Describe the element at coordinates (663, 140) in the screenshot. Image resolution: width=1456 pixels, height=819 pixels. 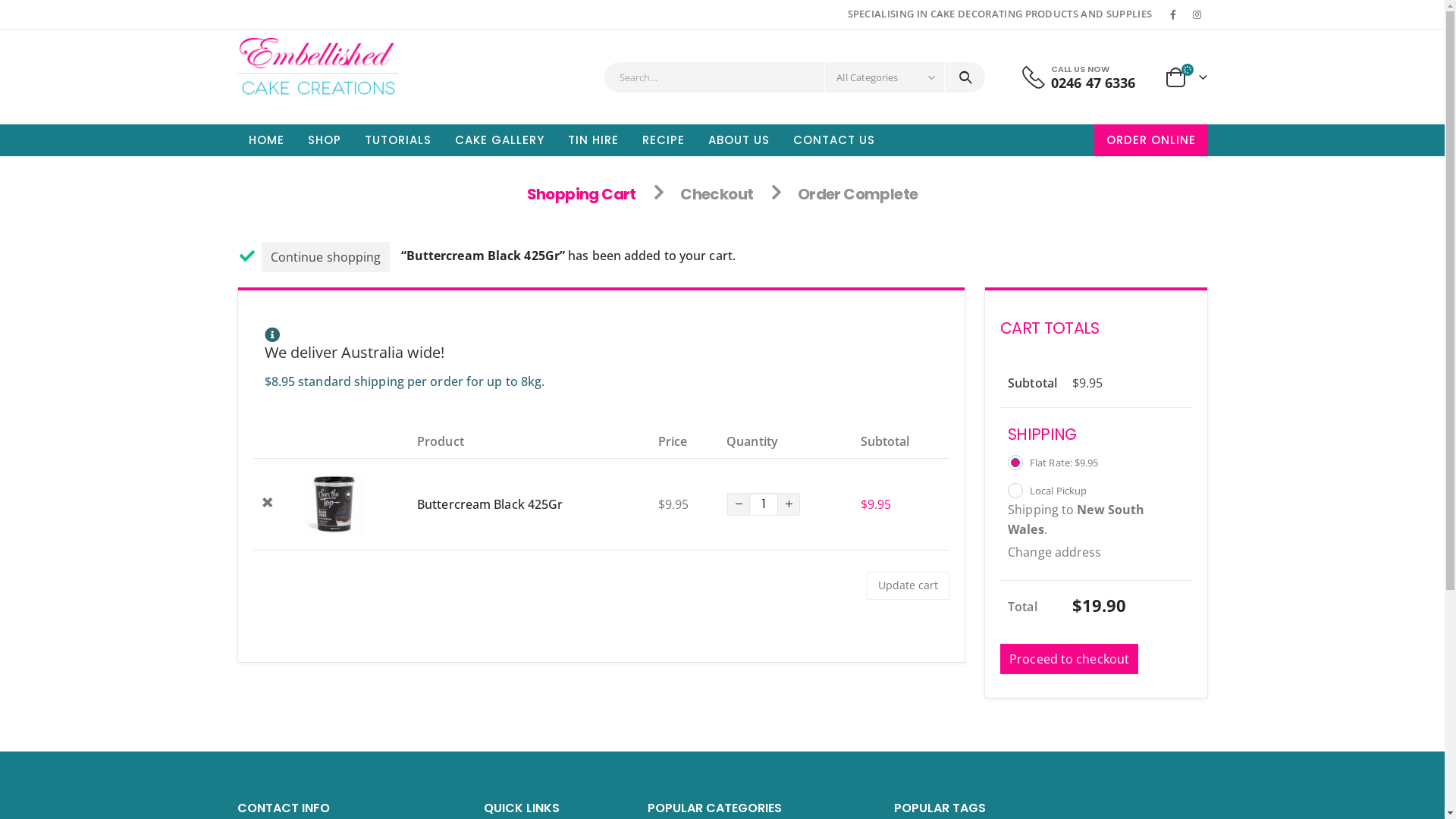
I see `'RECIPE'` at that location.